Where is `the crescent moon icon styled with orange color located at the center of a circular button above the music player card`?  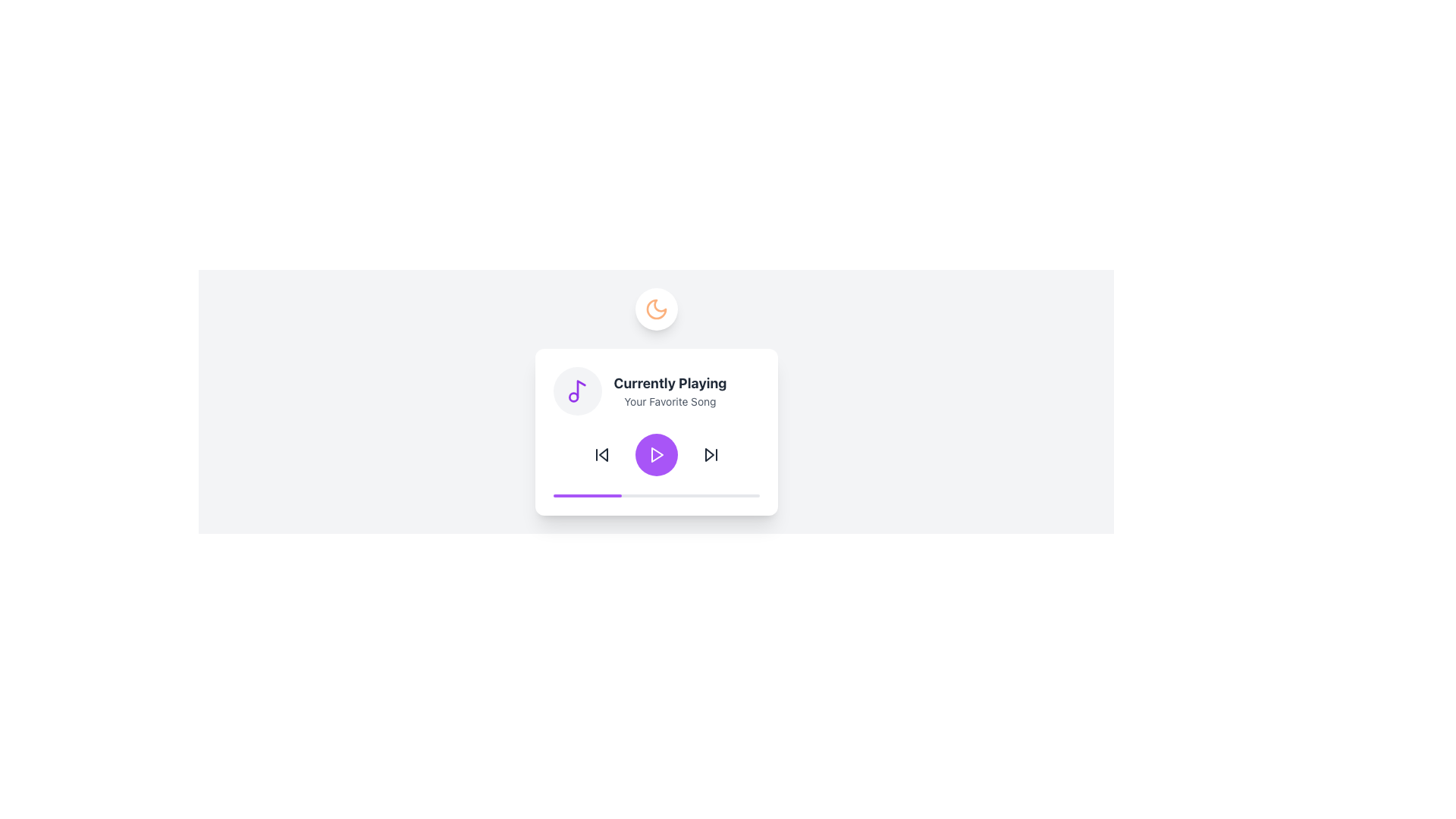 the crescent moon icon styled with orange color located at the center of a circular button above the music player card is located at coordinates (656, 309).